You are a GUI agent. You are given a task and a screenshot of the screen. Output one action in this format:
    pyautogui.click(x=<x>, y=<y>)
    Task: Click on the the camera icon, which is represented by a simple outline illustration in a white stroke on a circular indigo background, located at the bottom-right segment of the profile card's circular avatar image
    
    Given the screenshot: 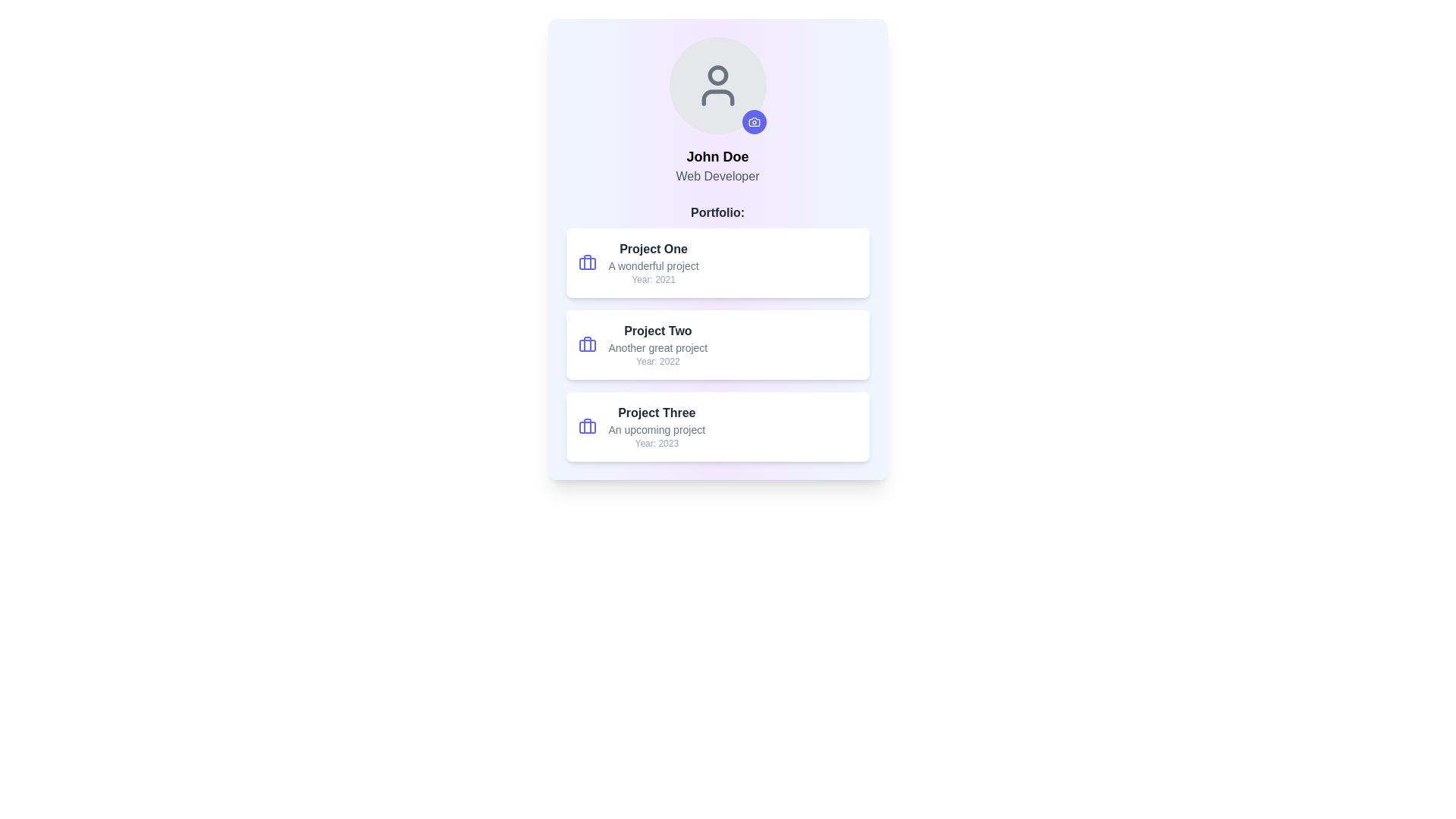 What is the action you would take?
    pyautogui.click(x=754, y=121)
    